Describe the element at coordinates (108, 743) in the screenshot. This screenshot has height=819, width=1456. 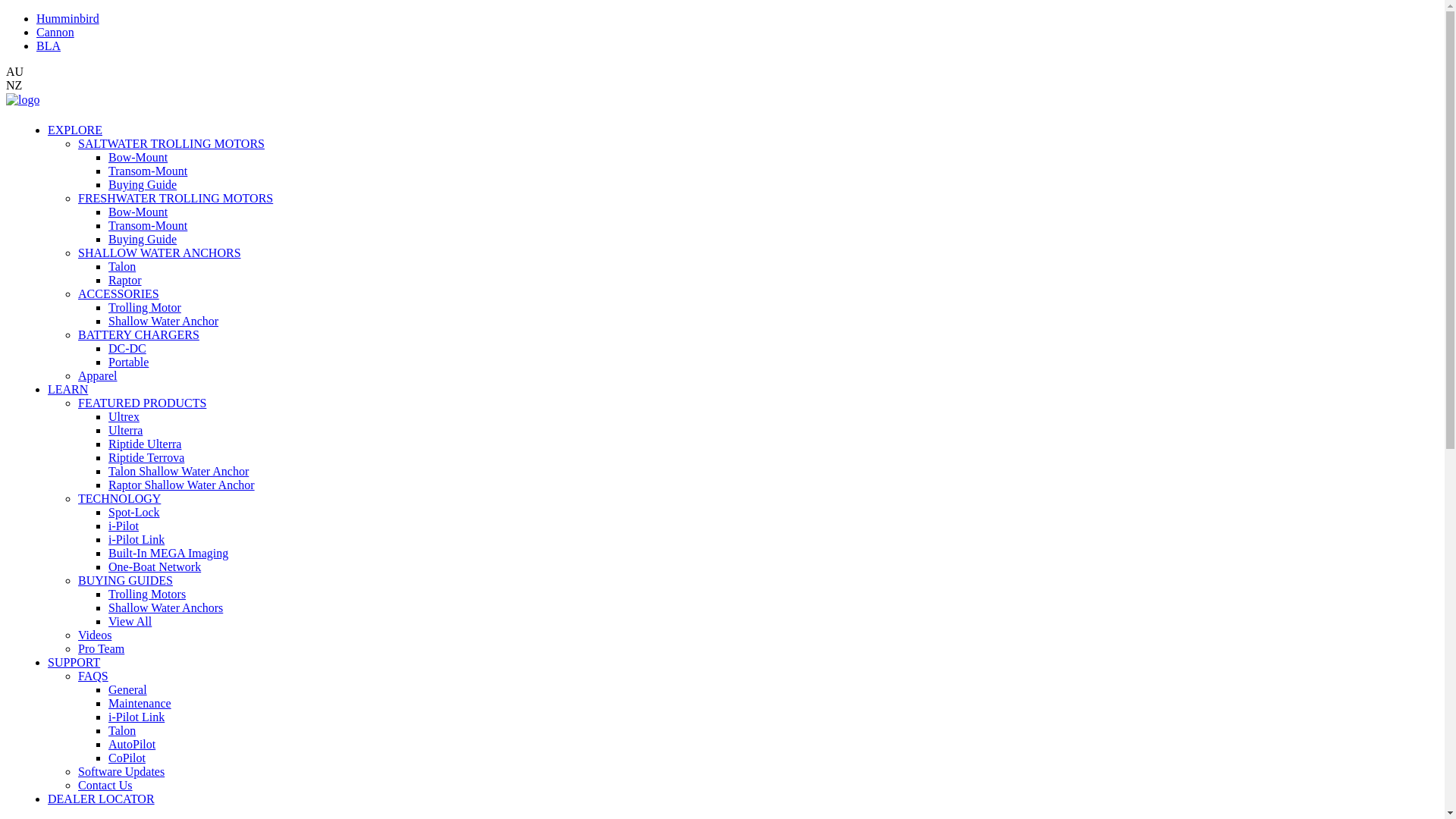
I see `'AutoPilot'` at that location.